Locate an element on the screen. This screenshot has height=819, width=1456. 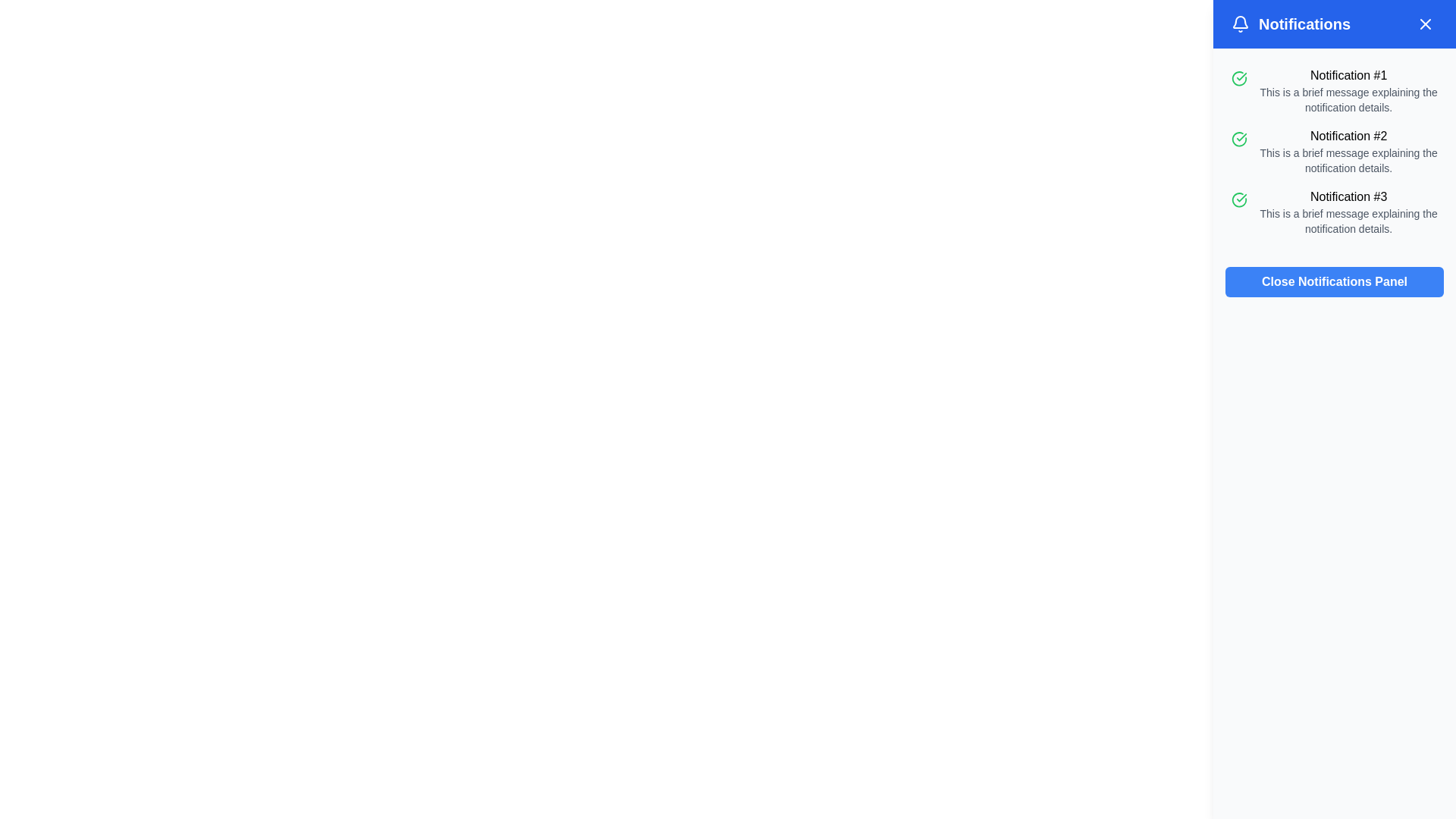
the header element with an icon and text that serves as the title for the notifications panel, located in the top-left section of the header bar is located at coordinates (1290, 24).